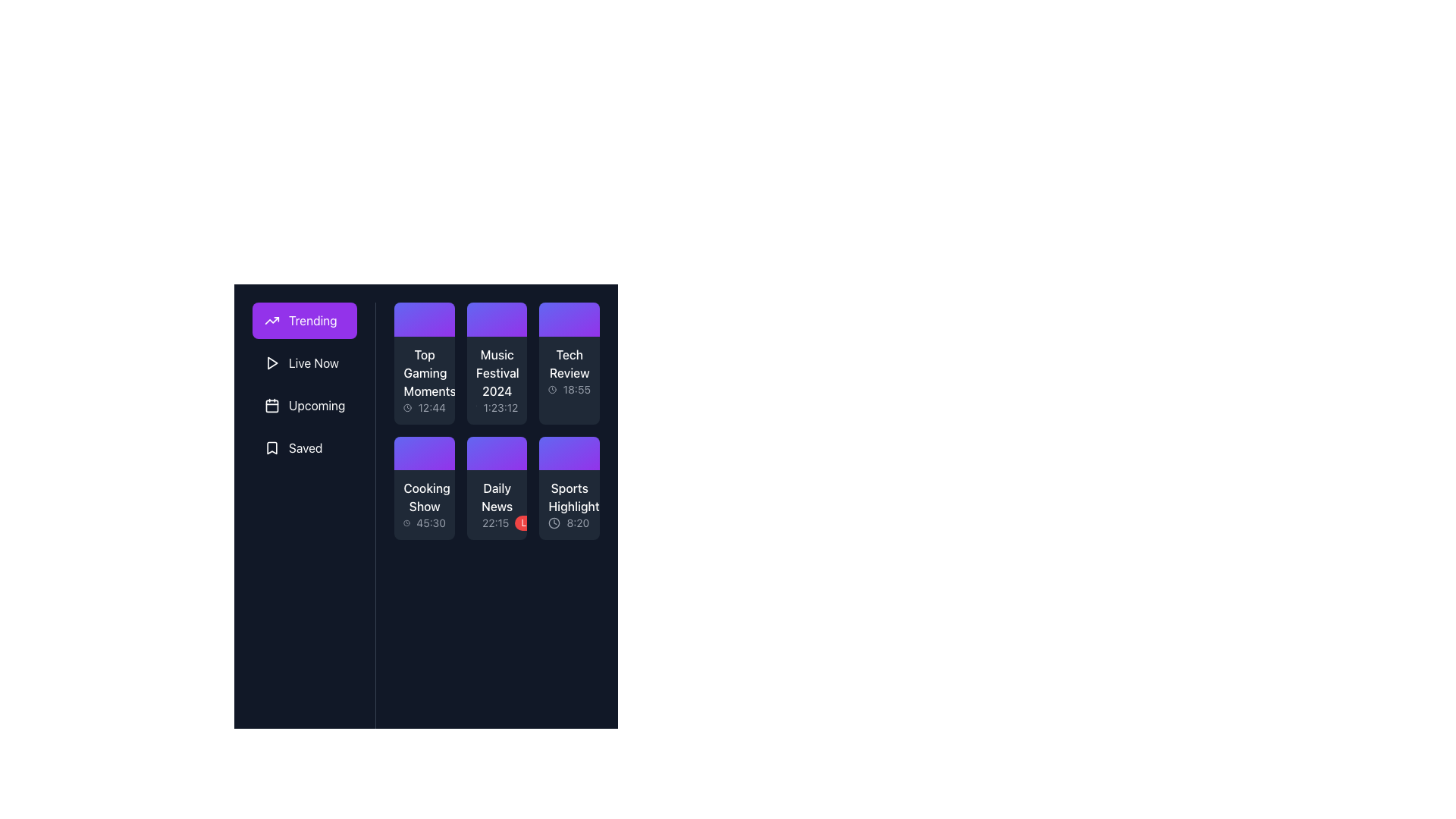 This screenshot has width=1456, height=819. I want to click on the upward trending graph icon located to the left of the 'Trending' text in the vertical left sidebar, so click(272, 320).